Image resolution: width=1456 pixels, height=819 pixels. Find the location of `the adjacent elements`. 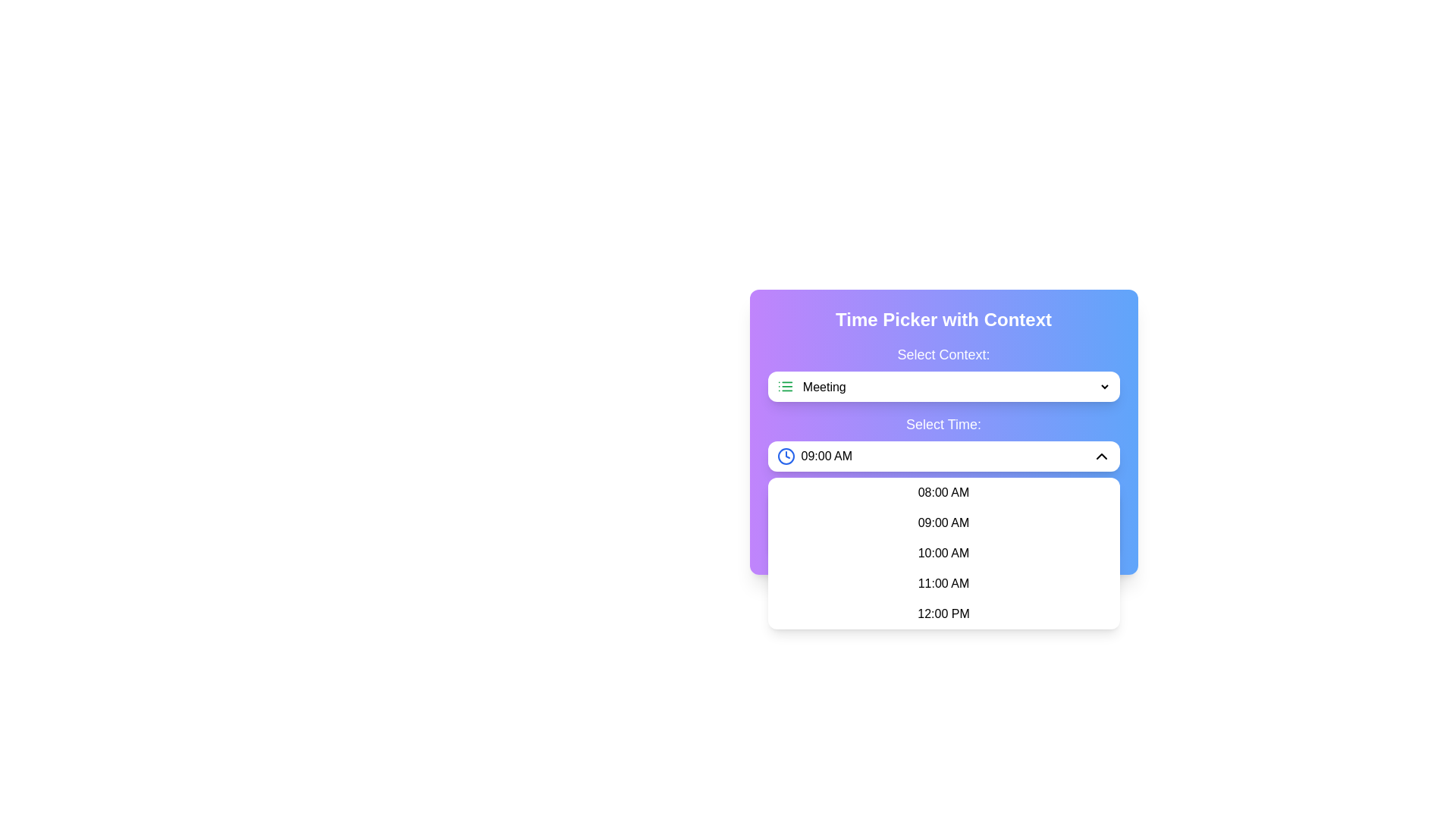

the adjacent elements is located at coordinates (814, 455).